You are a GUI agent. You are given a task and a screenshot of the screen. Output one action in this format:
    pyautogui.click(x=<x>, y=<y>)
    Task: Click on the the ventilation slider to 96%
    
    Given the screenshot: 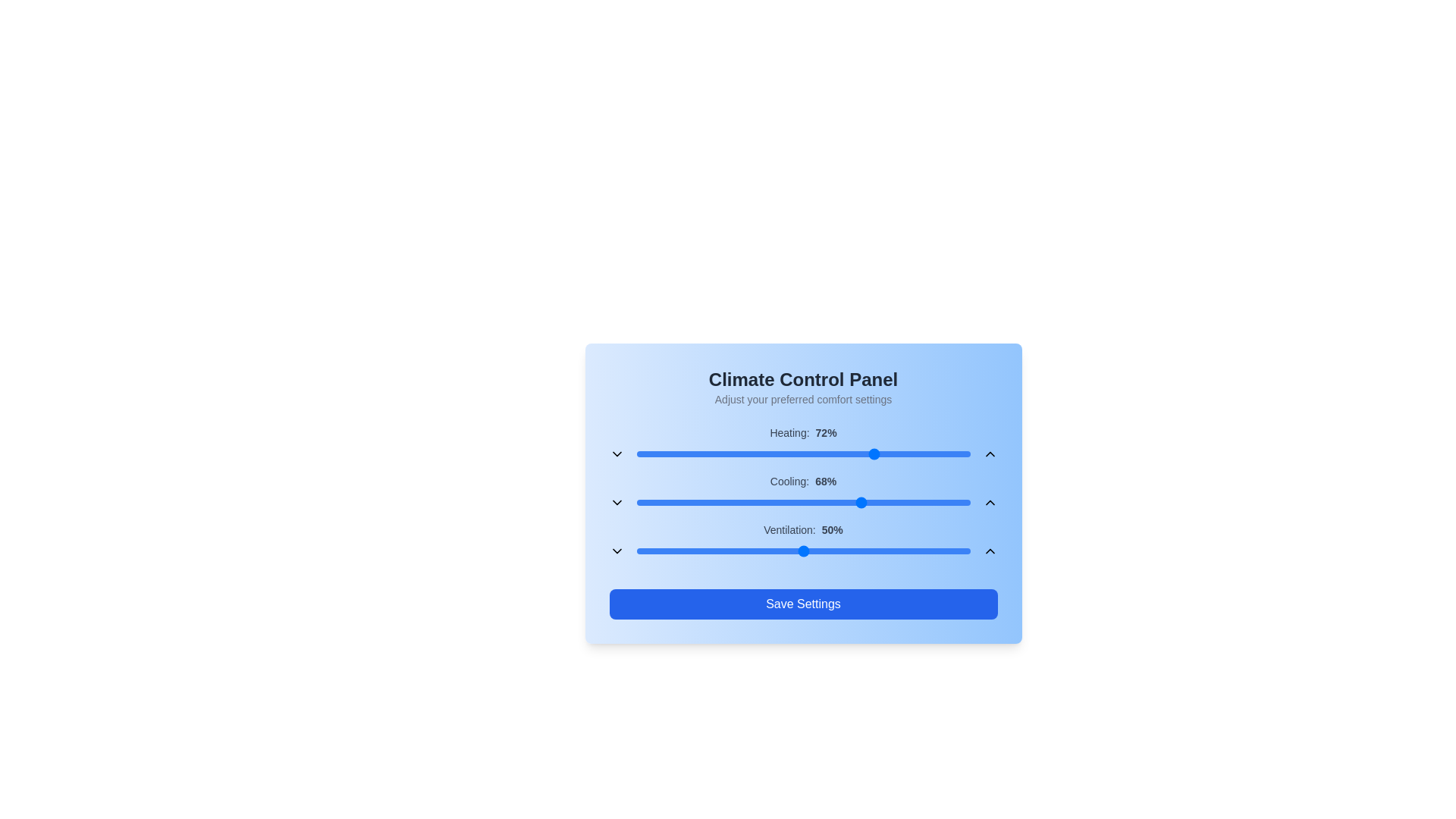 What is the action you would take?
    pyautogui.click(x=955, y=551)
    